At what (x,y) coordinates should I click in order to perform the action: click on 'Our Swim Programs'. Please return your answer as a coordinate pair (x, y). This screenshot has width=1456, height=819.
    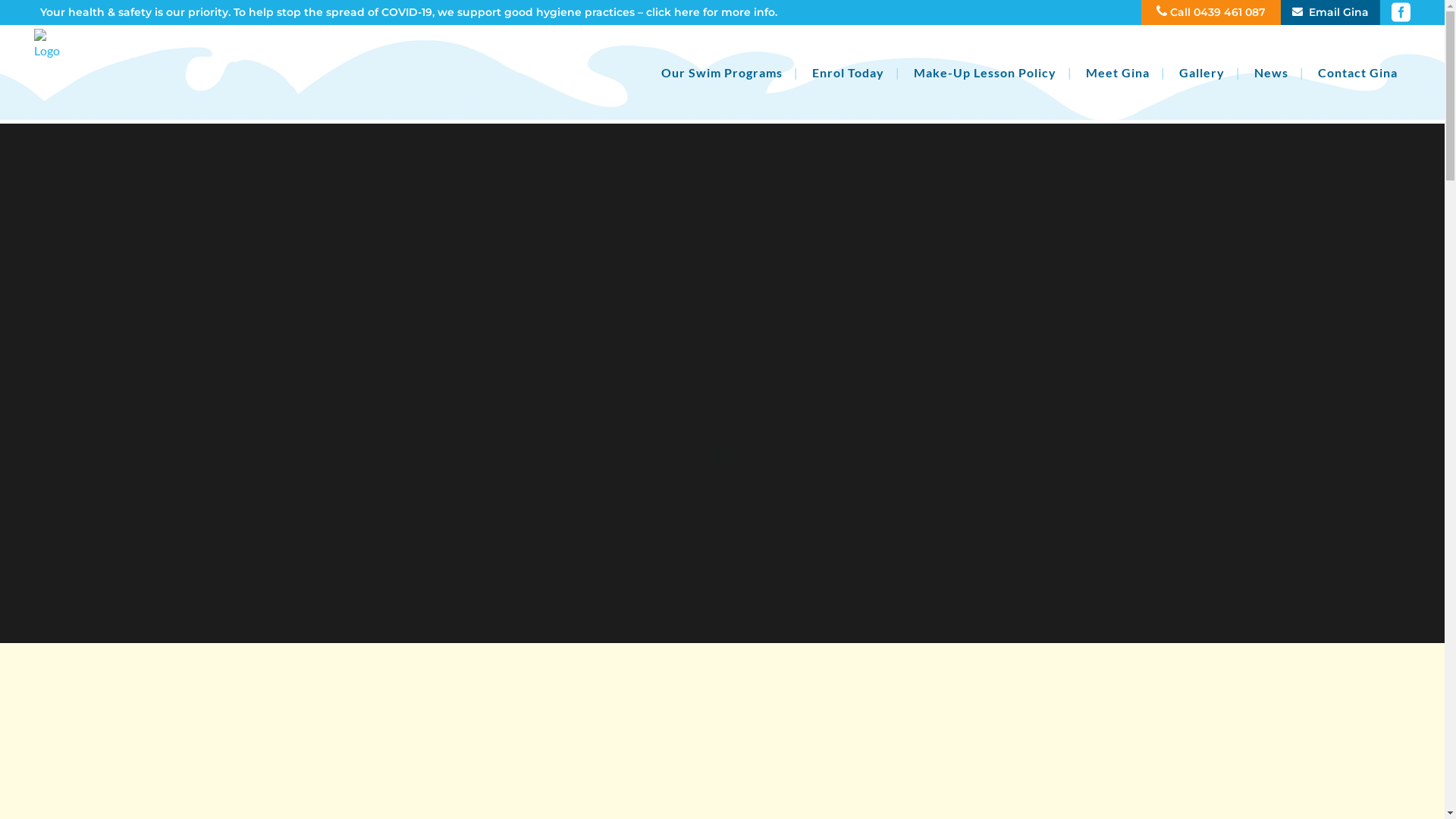
    Looking at the image, I should click on (720, 72).